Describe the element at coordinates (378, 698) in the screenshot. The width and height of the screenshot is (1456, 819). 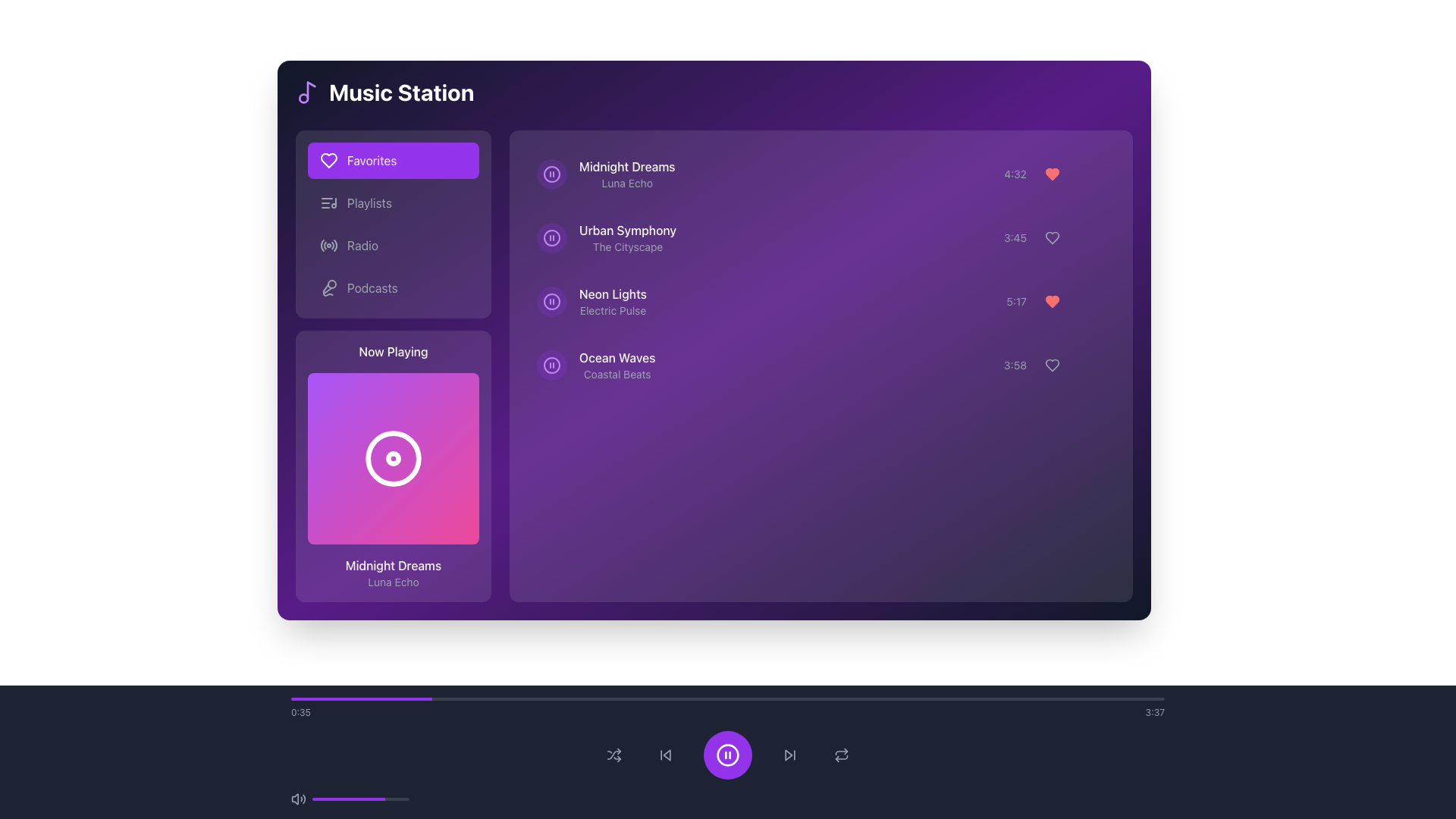
I see `playback progress` at that location.